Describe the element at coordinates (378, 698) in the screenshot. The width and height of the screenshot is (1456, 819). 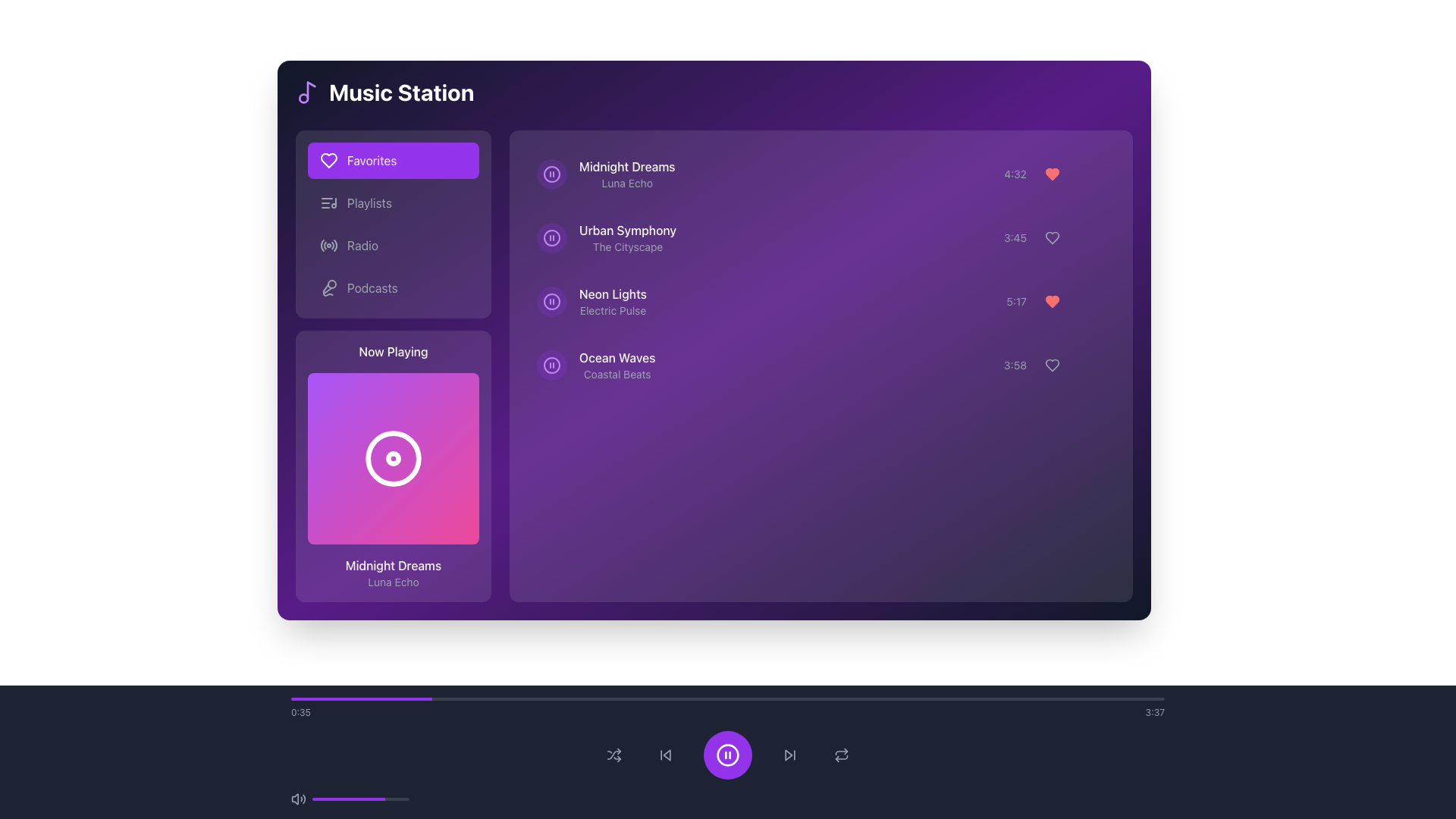
I see `playback progress` at that location.